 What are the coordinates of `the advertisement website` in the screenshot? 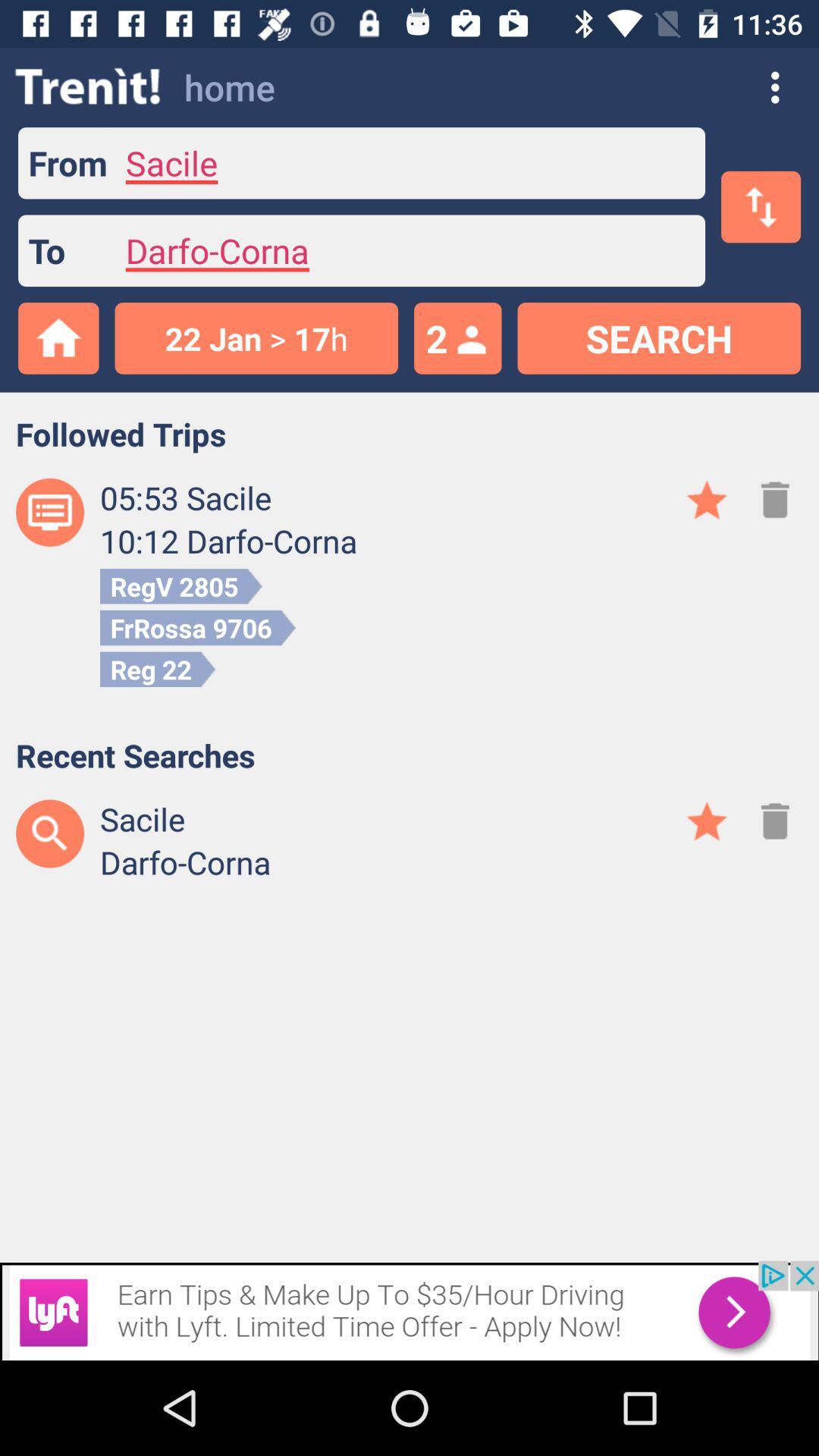 It's located at (409, 1310).